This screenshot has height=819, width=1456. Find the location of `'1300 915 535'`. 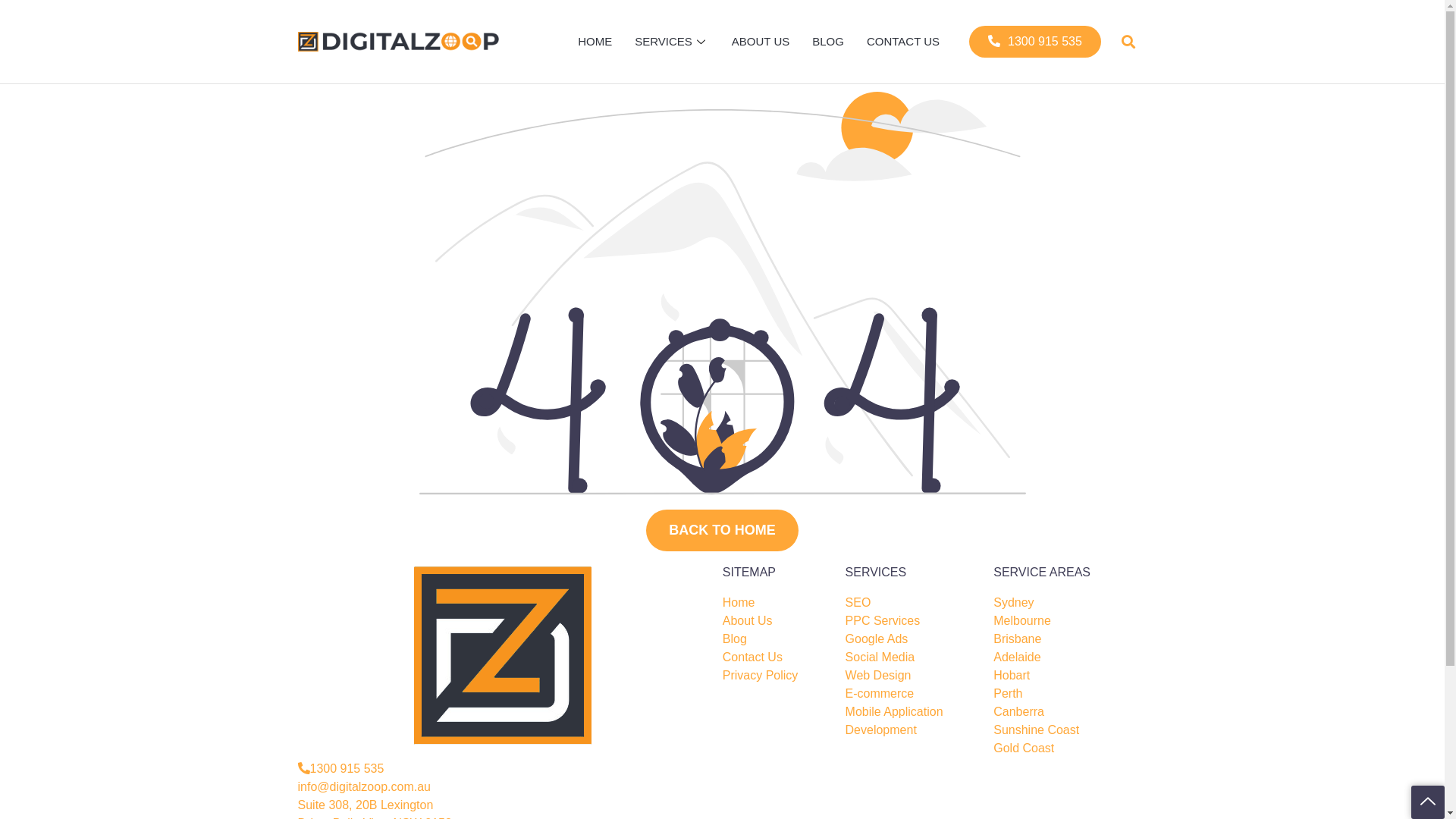

'1300 915 535' is located at coordinates (340, 769).